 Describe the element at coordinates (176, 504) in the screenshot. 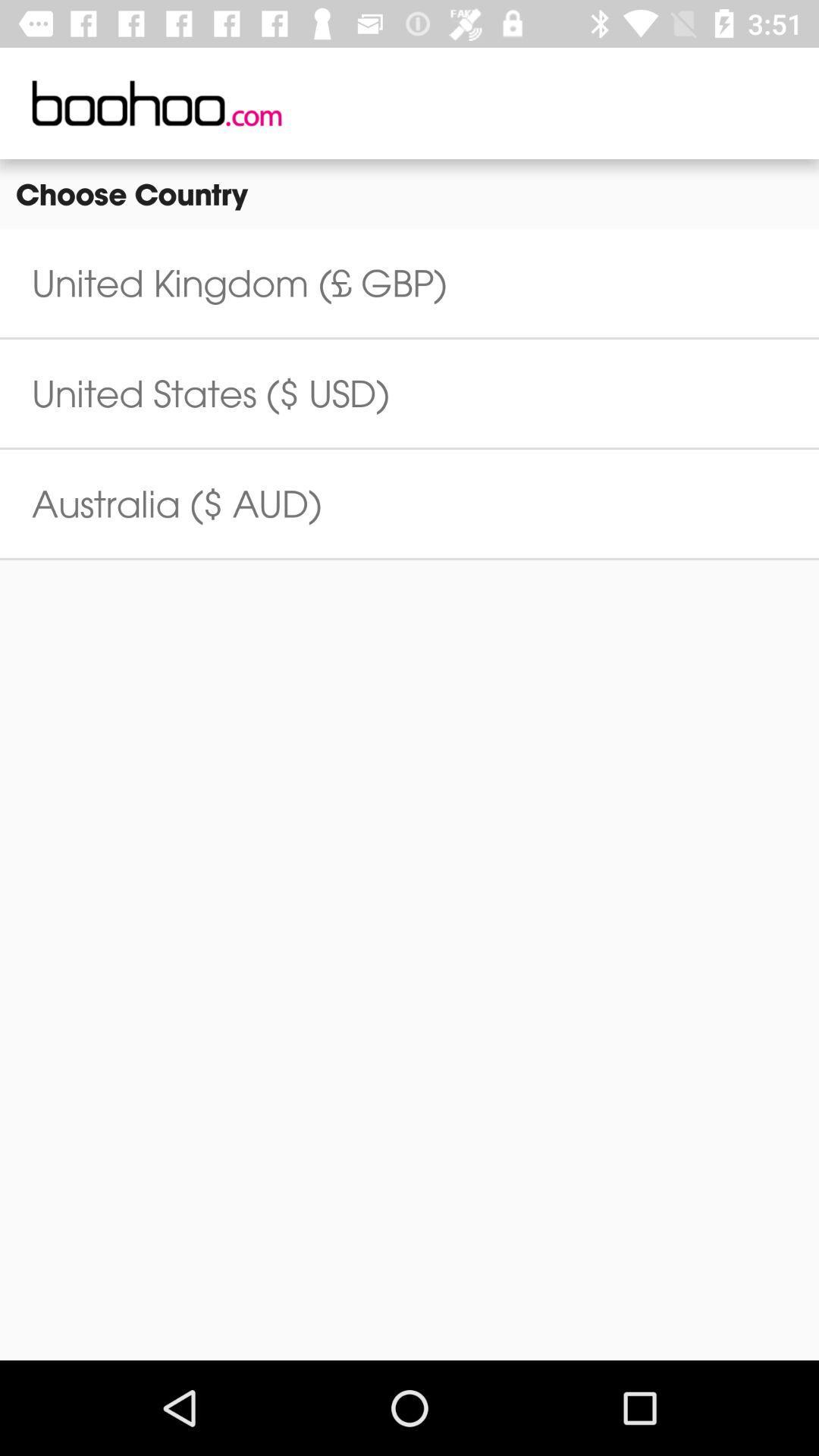

I see `australia ($ aud) item` at that location.